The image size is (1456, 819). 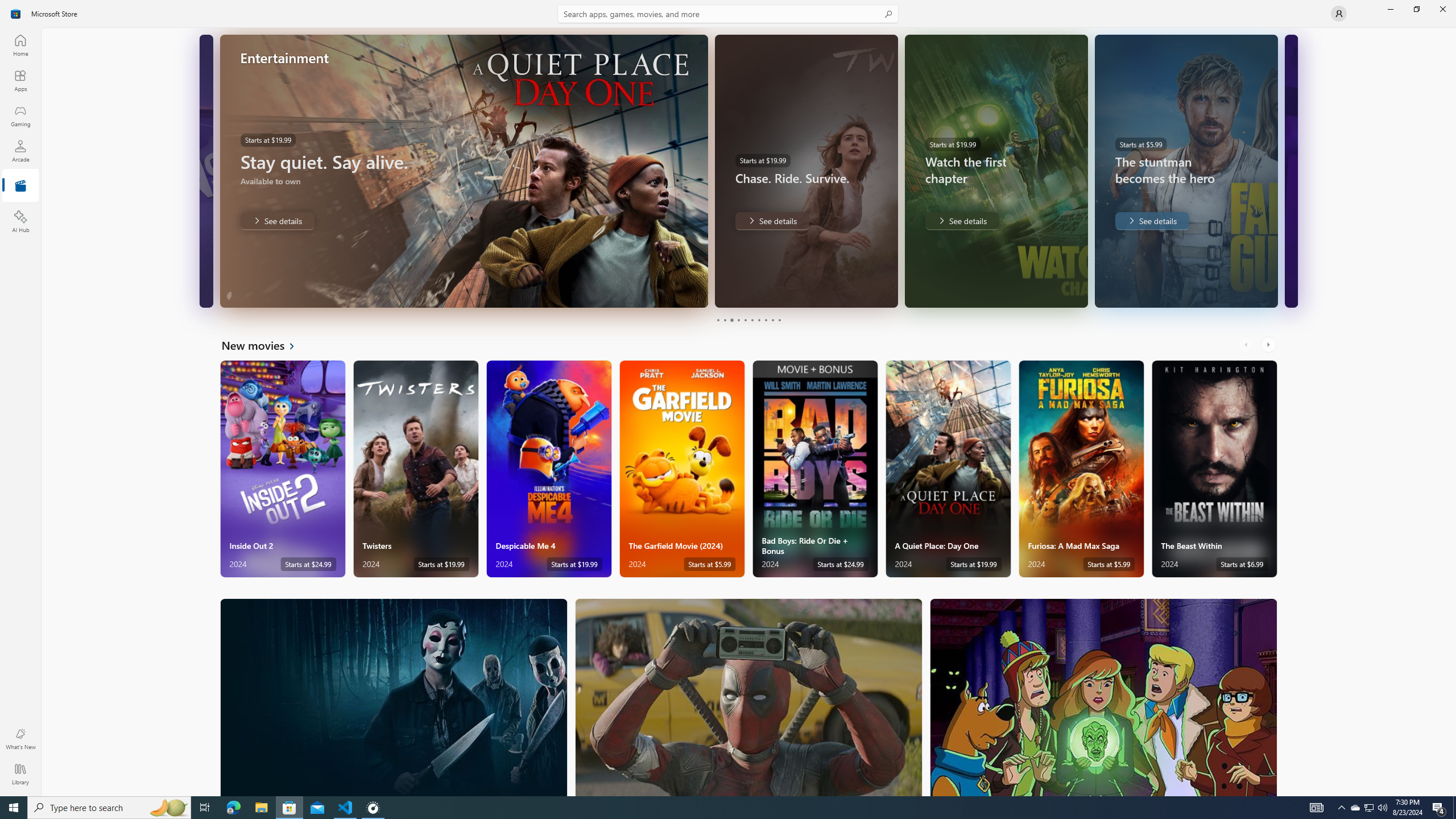 I want to click on 'Page 10', so click(x=779, y=320).